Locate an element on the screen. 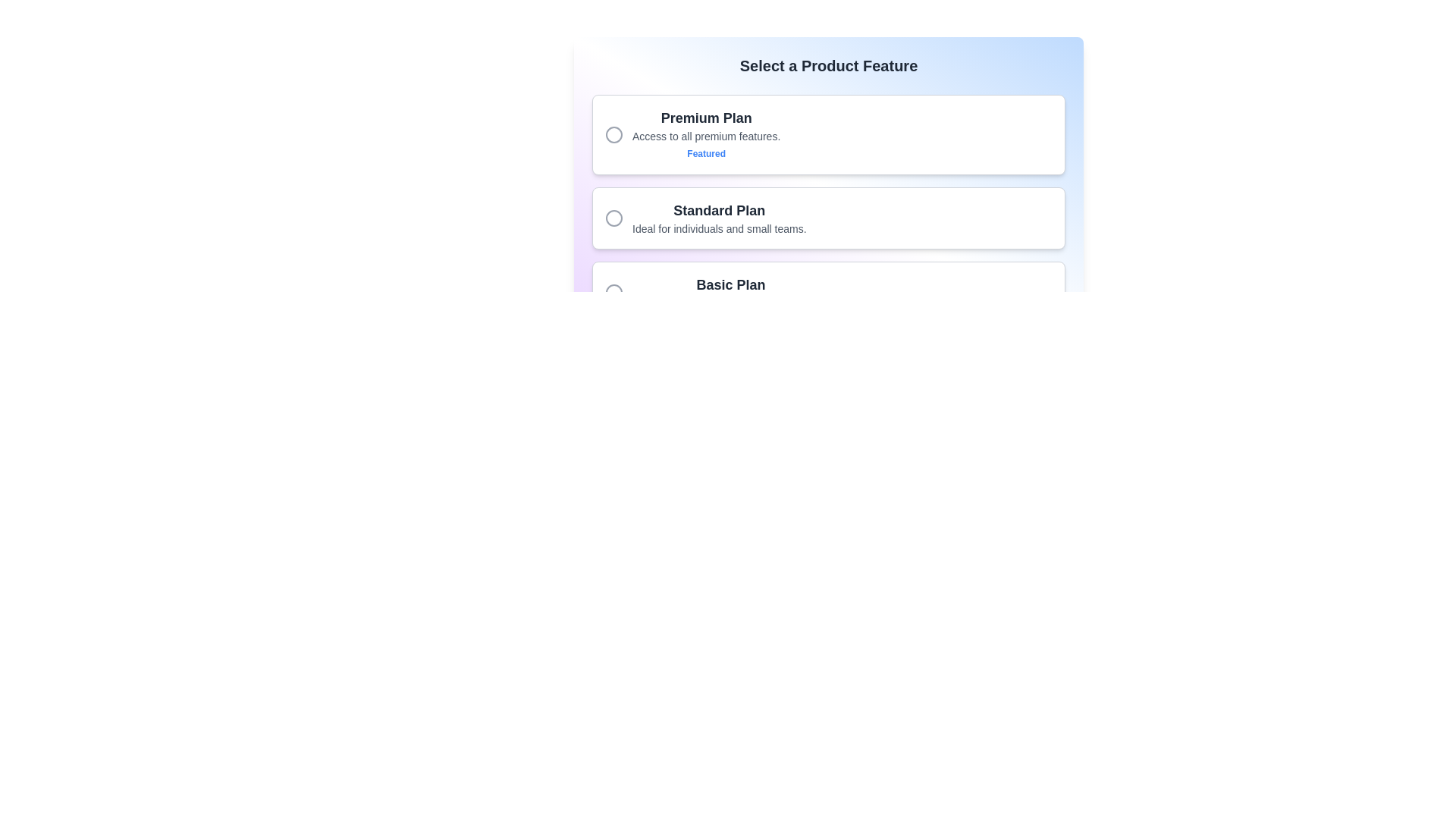 This screenshot has width=1456, height=819. Circle element that represents a radio button indicator for the 'Basic Plan' option in the interface is located at coordinates (614, 292).